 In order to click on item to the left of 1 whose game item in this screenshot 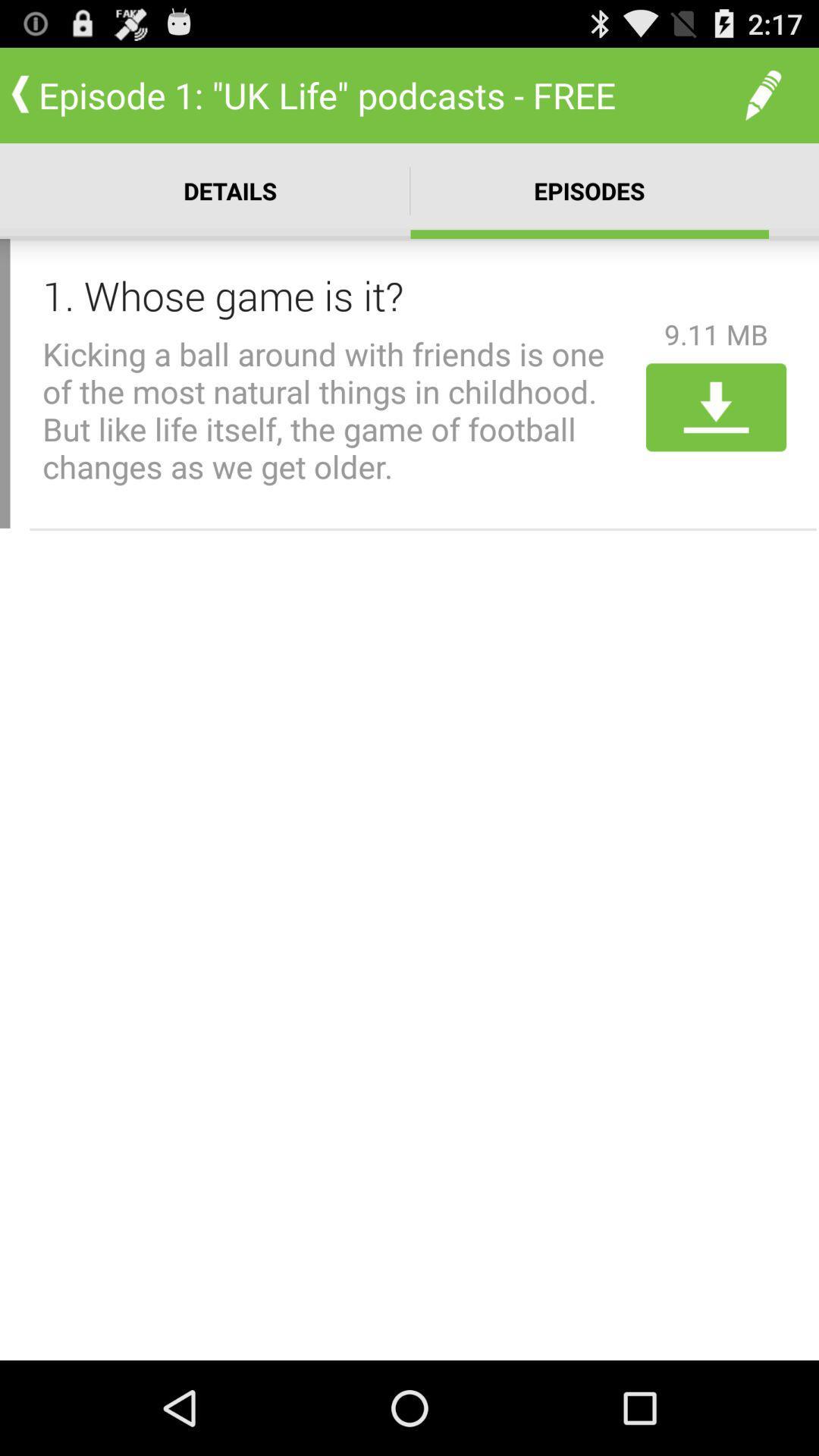, I will do `click(5, 383)`.